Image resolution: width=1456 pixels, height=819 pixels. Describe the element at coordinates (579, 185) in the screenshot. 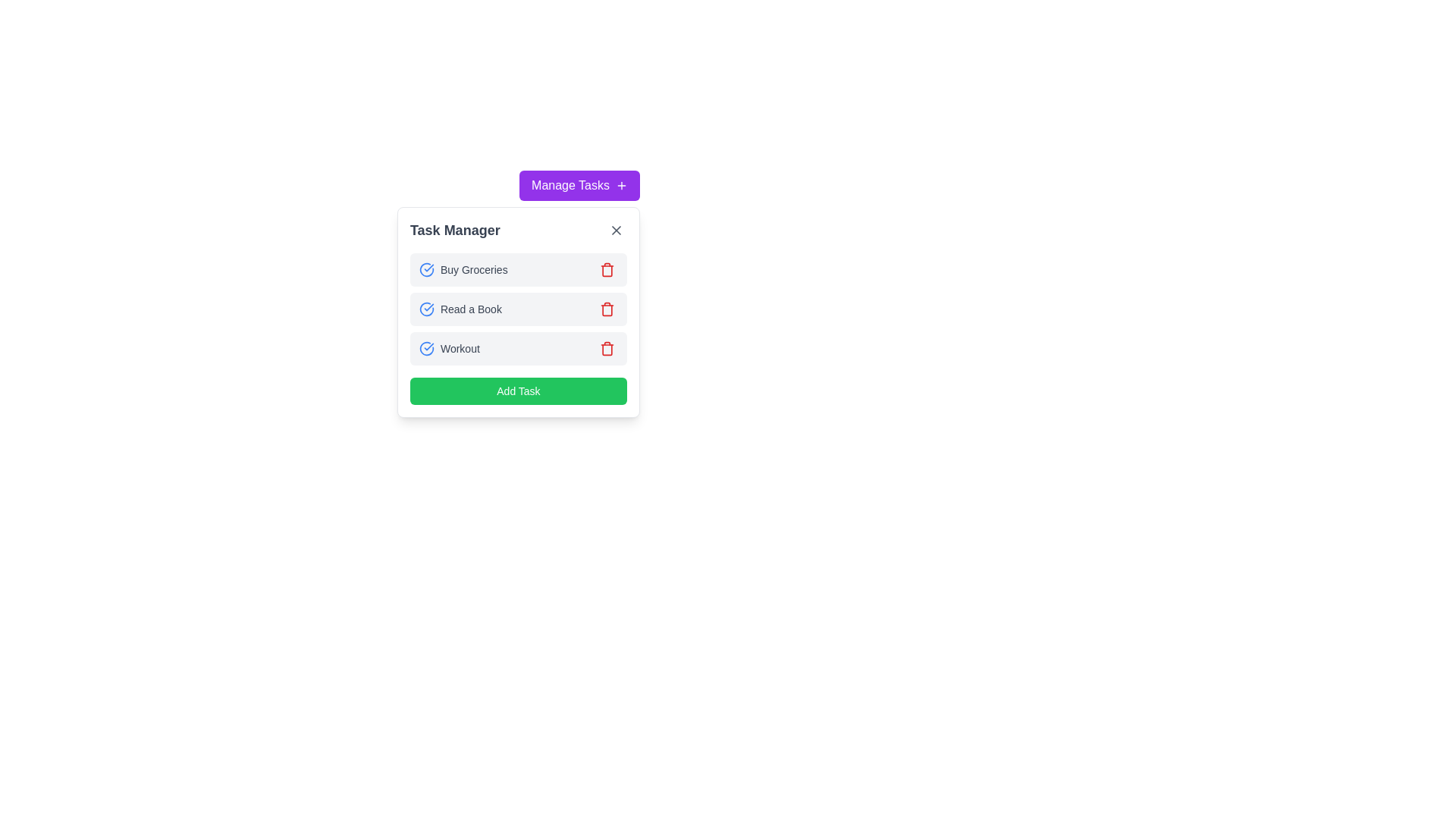

I see `the 'Manage Tasks' button with a '+' icon` at that location.